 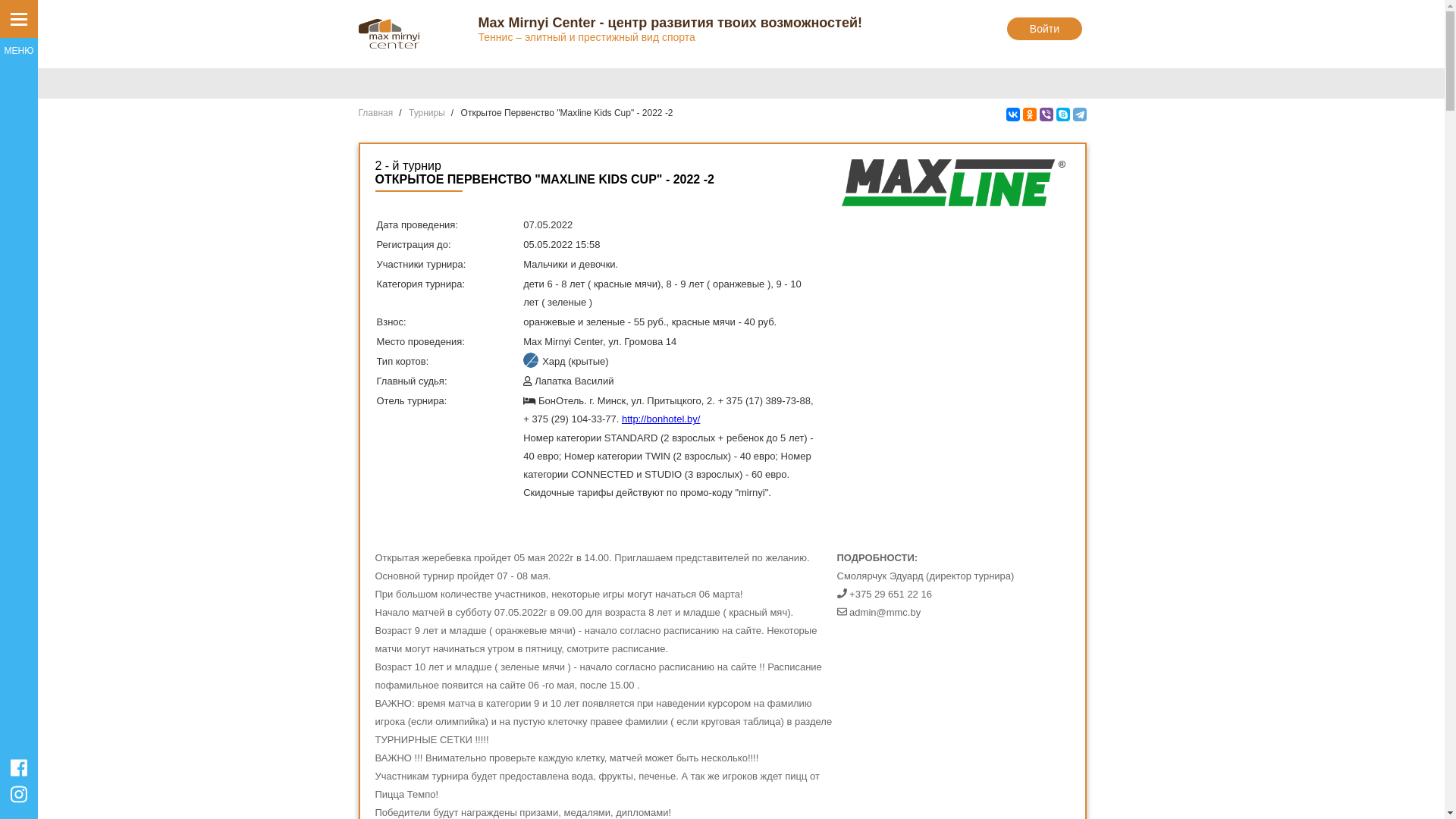 What do you see at coordinates (661, 419) in the screenshot?
I see `'http://bonhotel.by/'` at bounding box center [661, 419].